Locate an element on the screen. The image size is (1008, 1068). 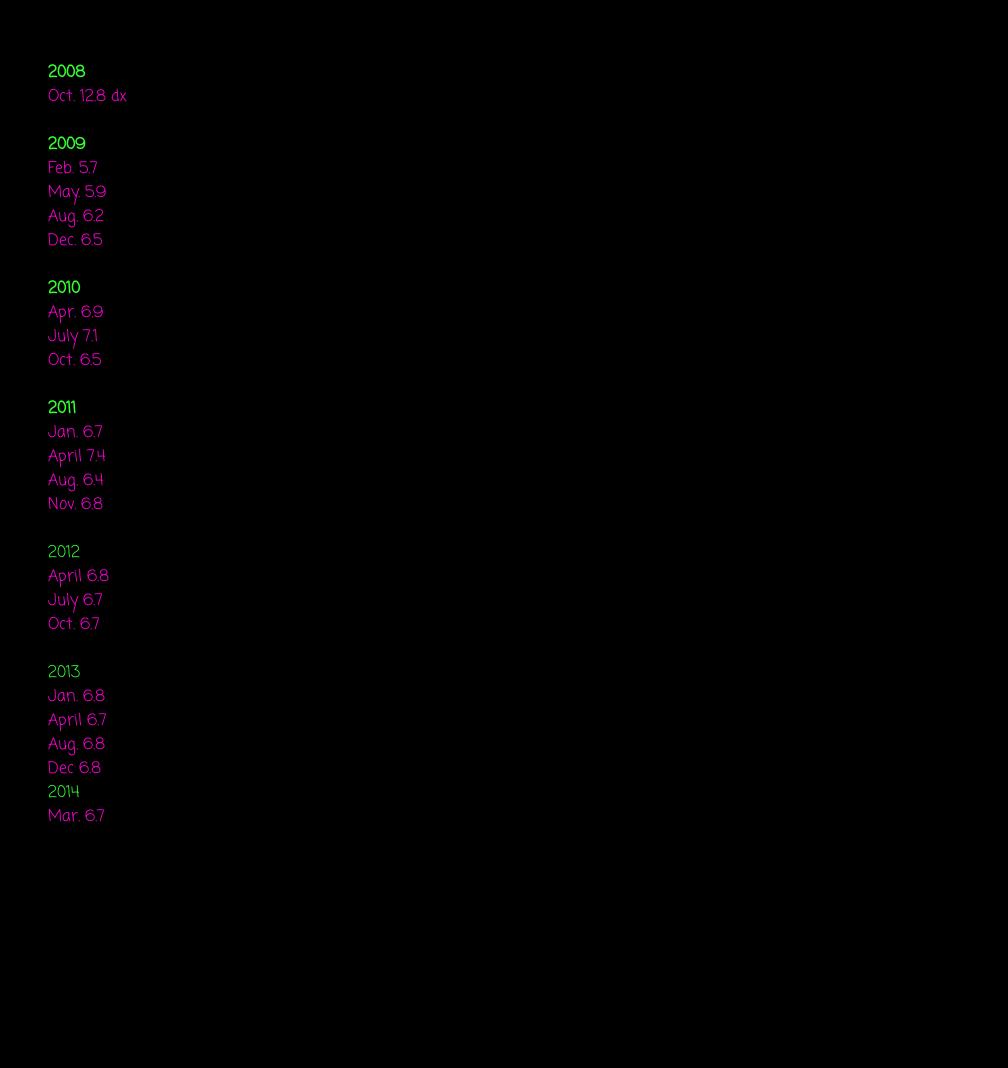
'2010' is located at coordinates (64, 288).